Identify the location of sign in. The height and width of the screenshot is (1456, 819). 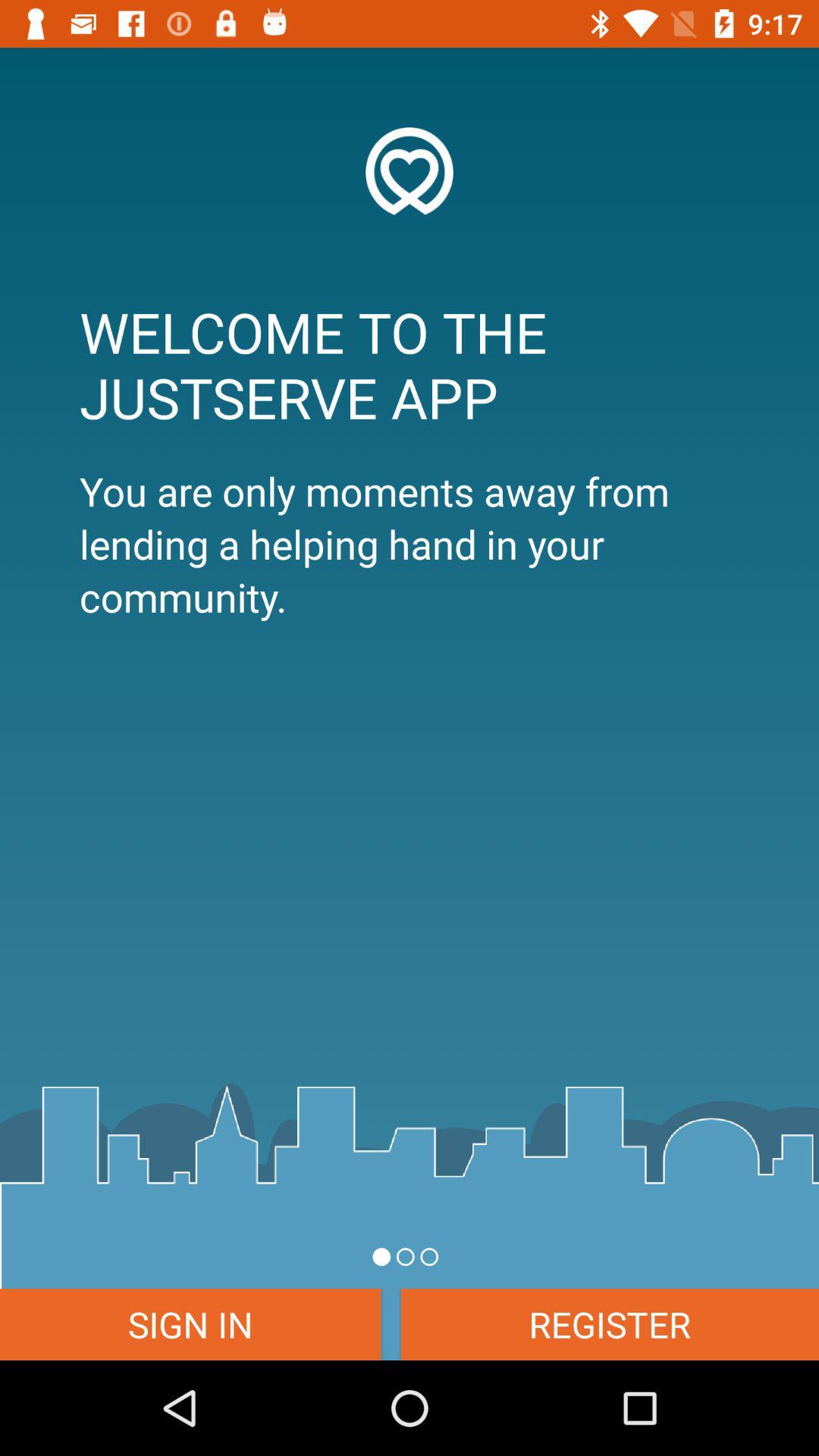
(190, 1323).